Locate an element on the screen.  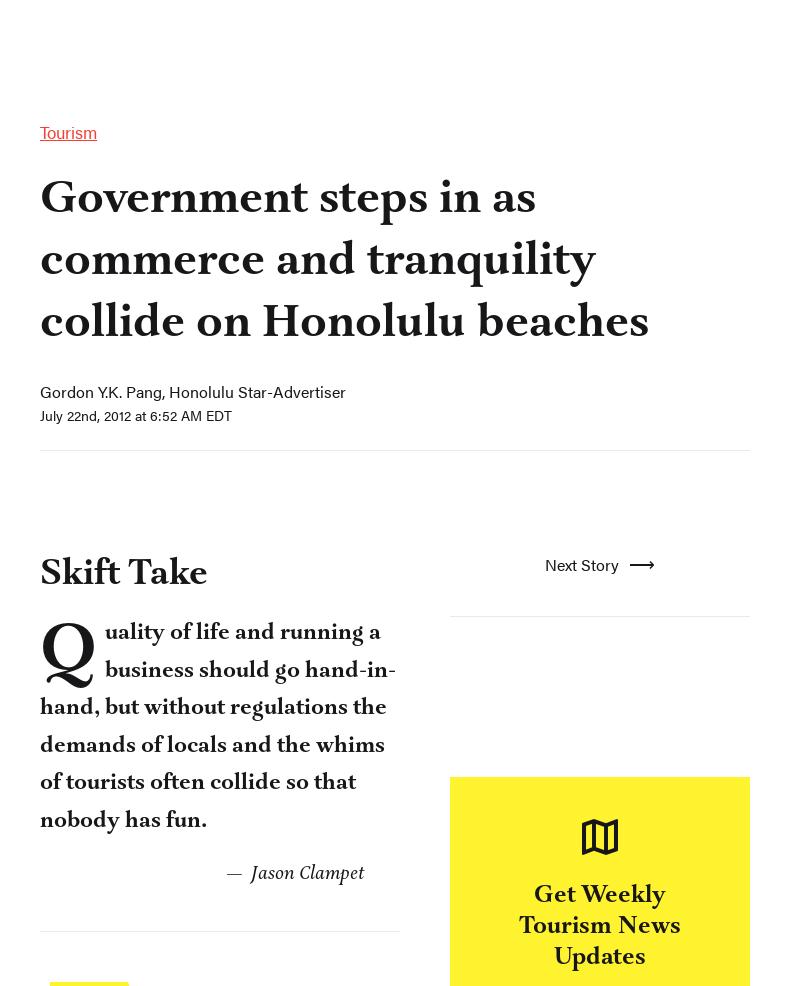
'Have a confidential tip for Skift?' is located at coordinates (159, 625).